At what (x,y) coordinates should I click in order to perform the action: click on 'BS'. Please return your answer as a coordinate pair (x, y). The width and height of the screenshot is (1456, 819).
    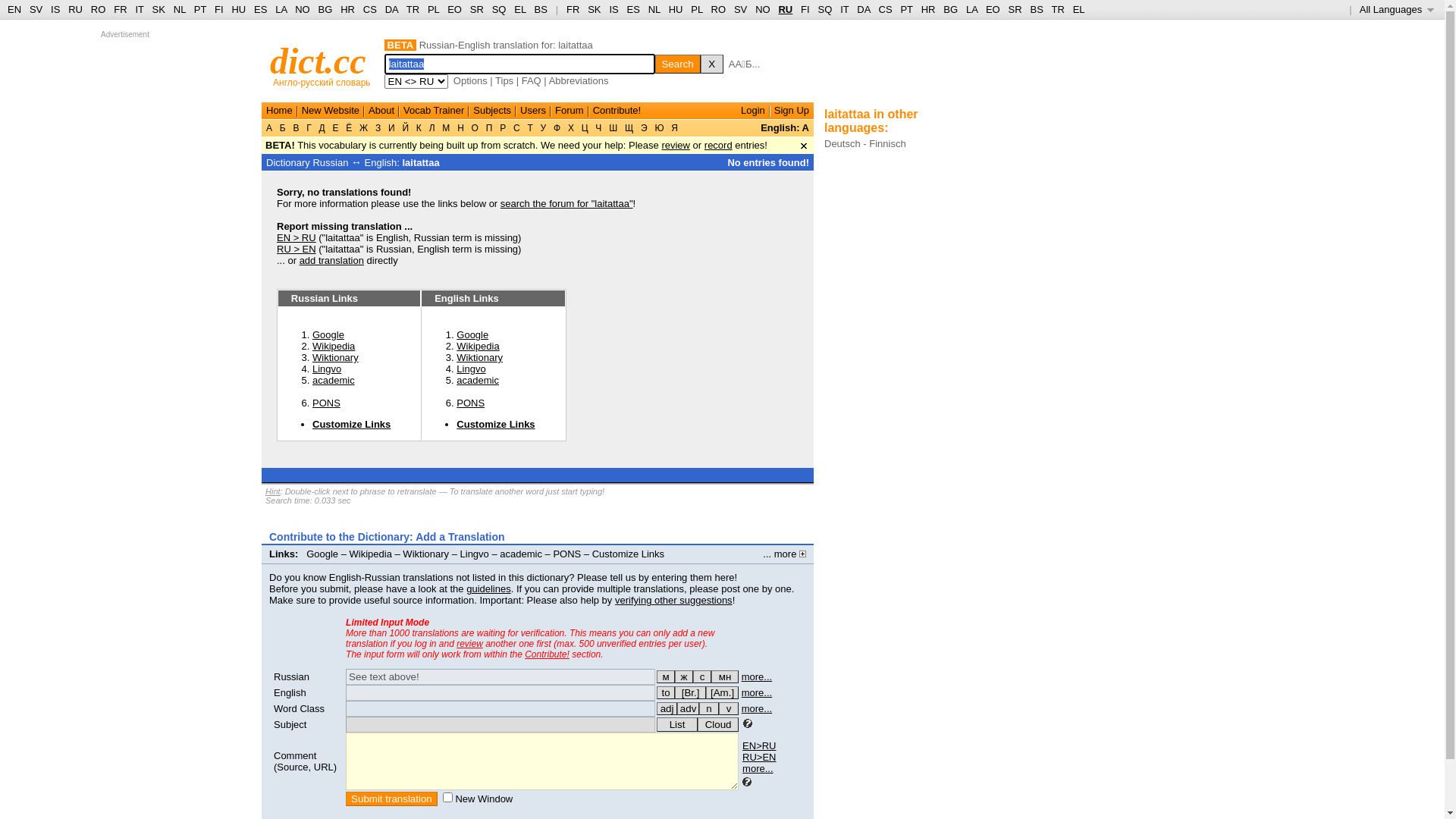
    Looking at the image, I should click on (1030, 9).